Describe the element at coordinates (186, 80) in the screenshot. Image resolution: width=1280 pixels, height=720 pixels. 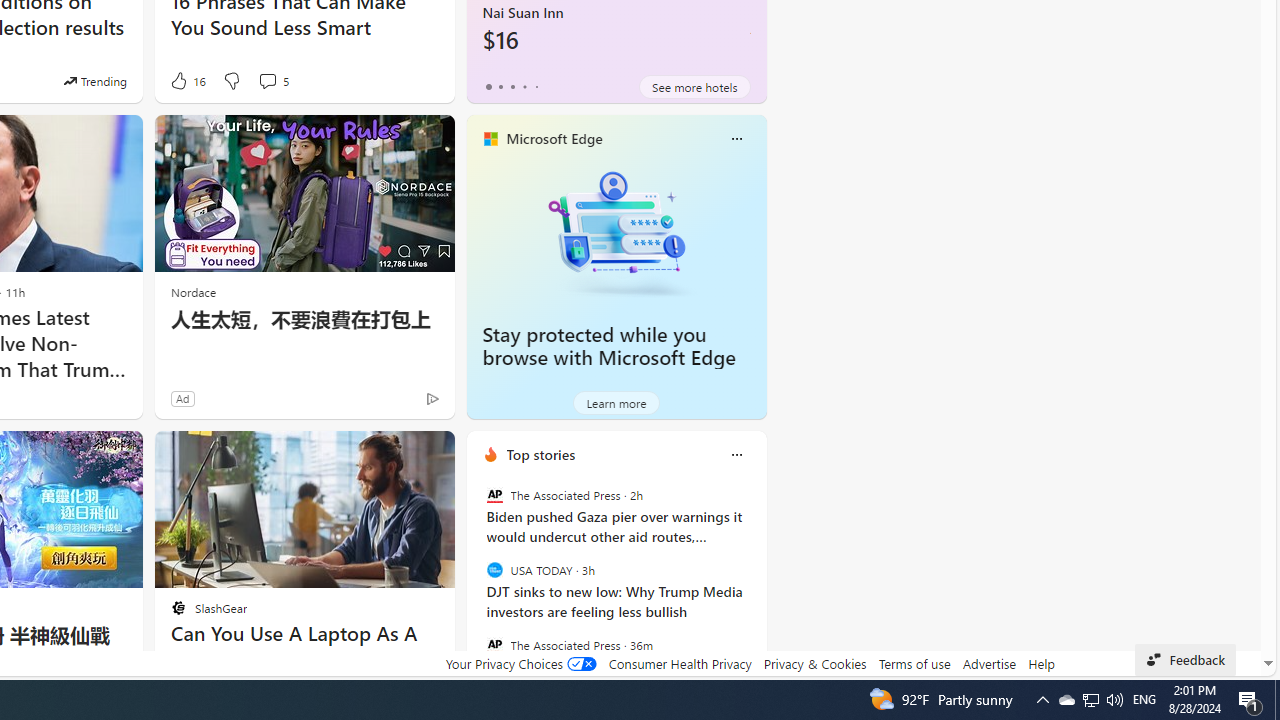
I see `'16 Like'` at that location.